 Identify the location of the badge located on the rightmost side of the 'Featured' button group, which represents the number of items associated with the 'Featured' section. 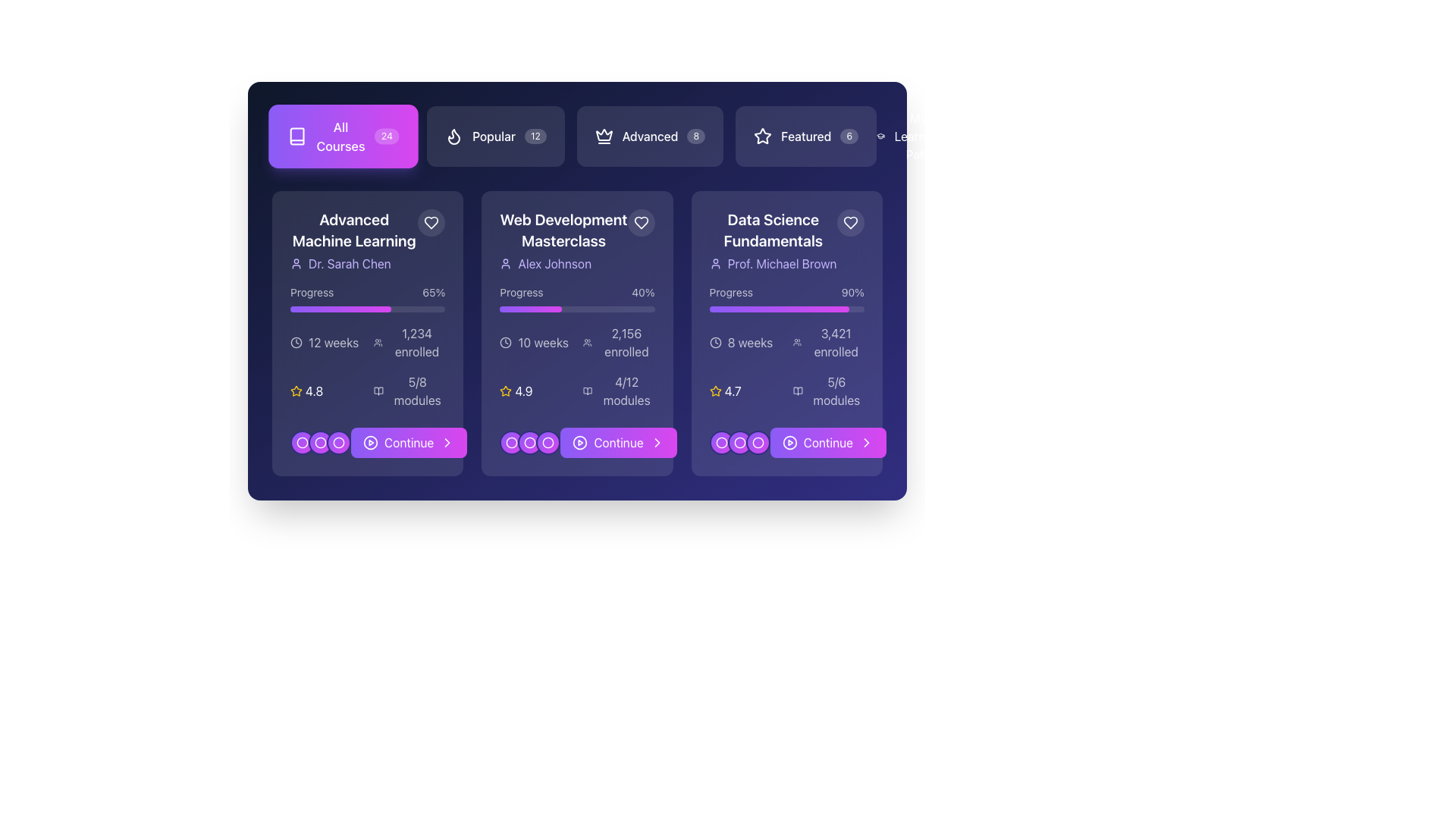
(849, 136).